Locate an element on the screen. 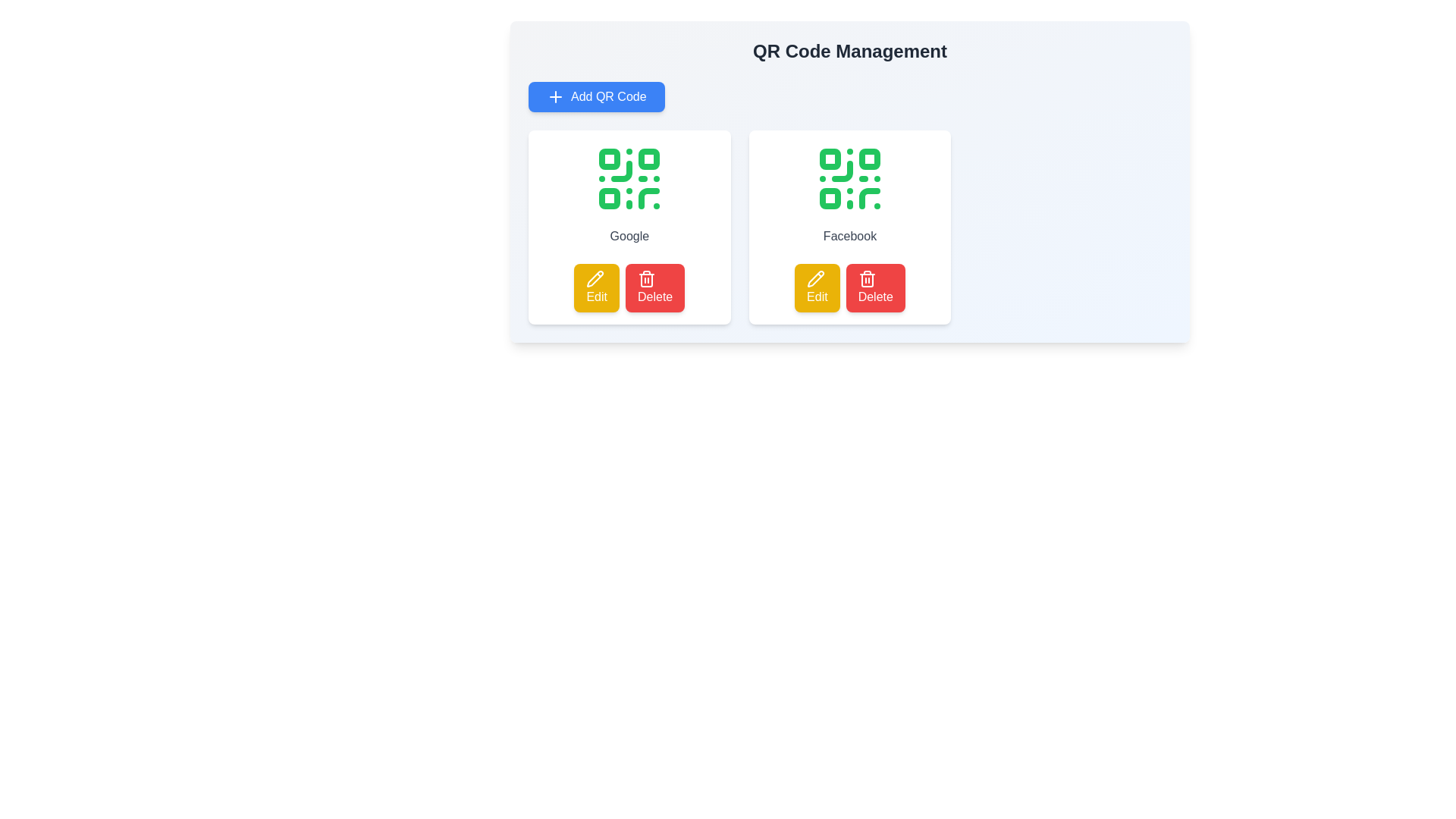  the graphic element located in the bottom-left quadrant of the right-most QR code icon on the interface is located at coordinates (829, 198).